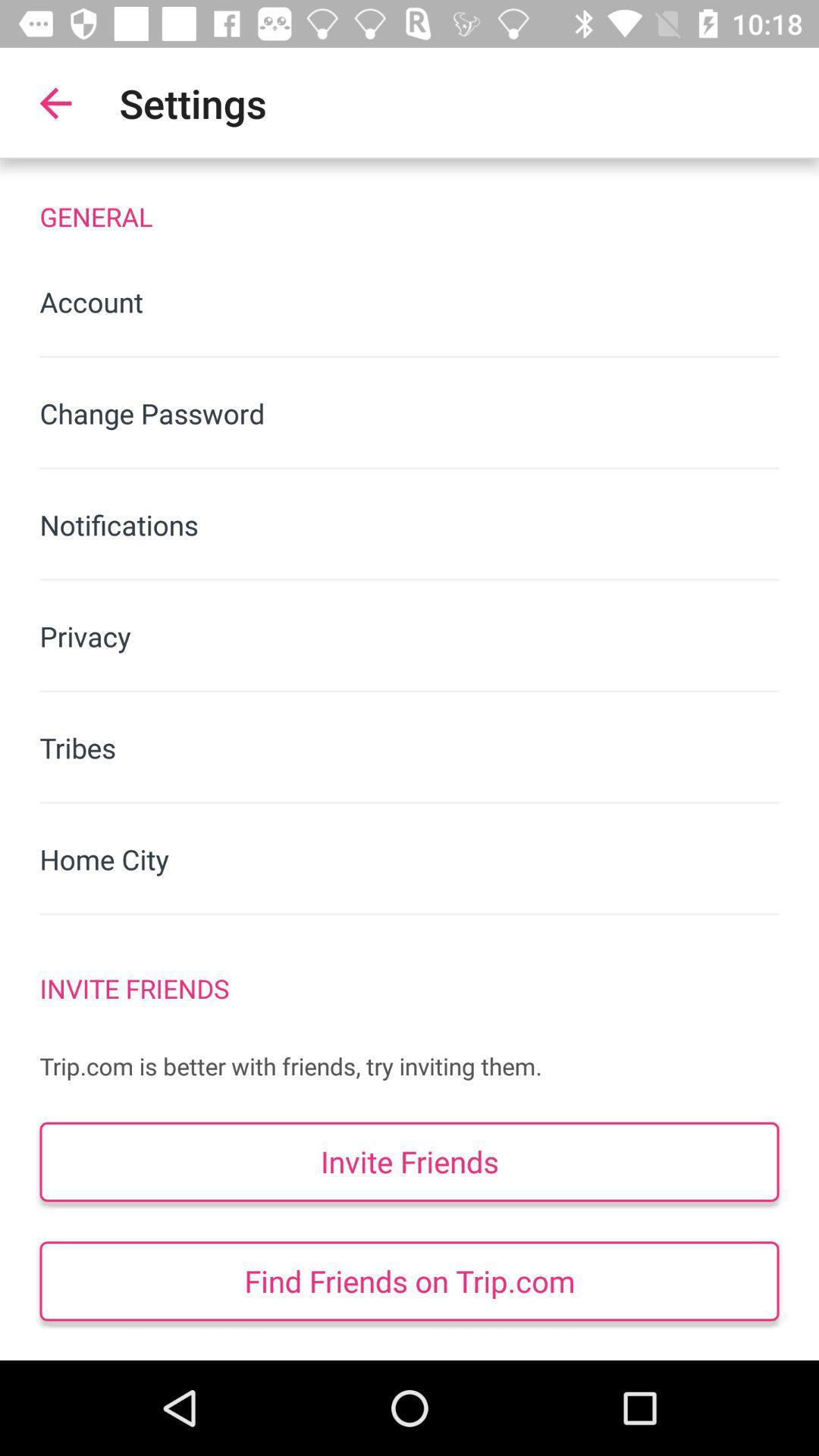 The height and width of the screenshot is (1456, 819). Describe the element at coordinates (409, 302) in the screenshot. I see `the icon above change password` at that location.